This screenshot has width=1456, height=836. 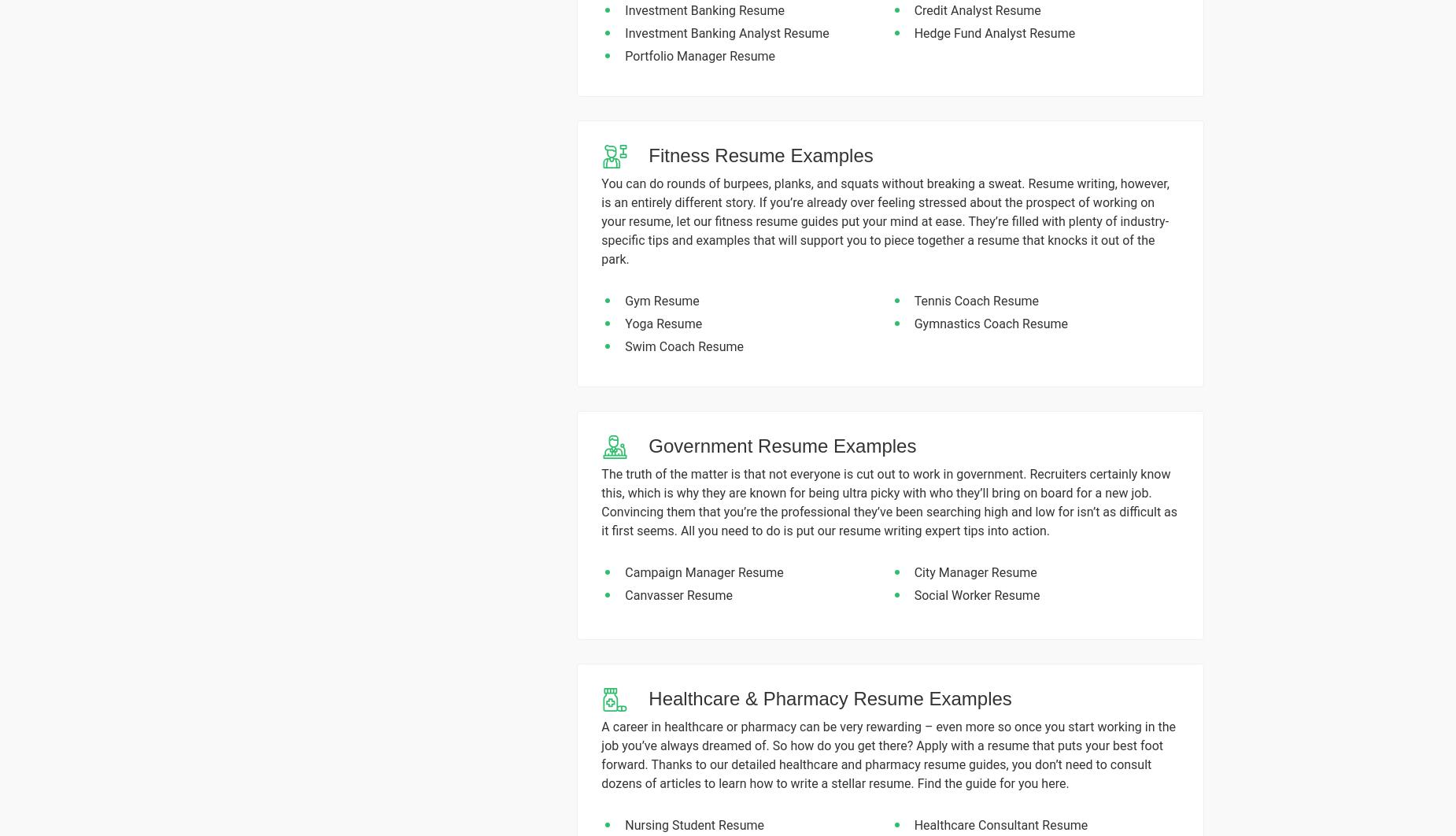 What do you see at coordinates (694, 823) in the screenshot?
I see `'Nursing Student Resume'` at bounding box center [694, 823].